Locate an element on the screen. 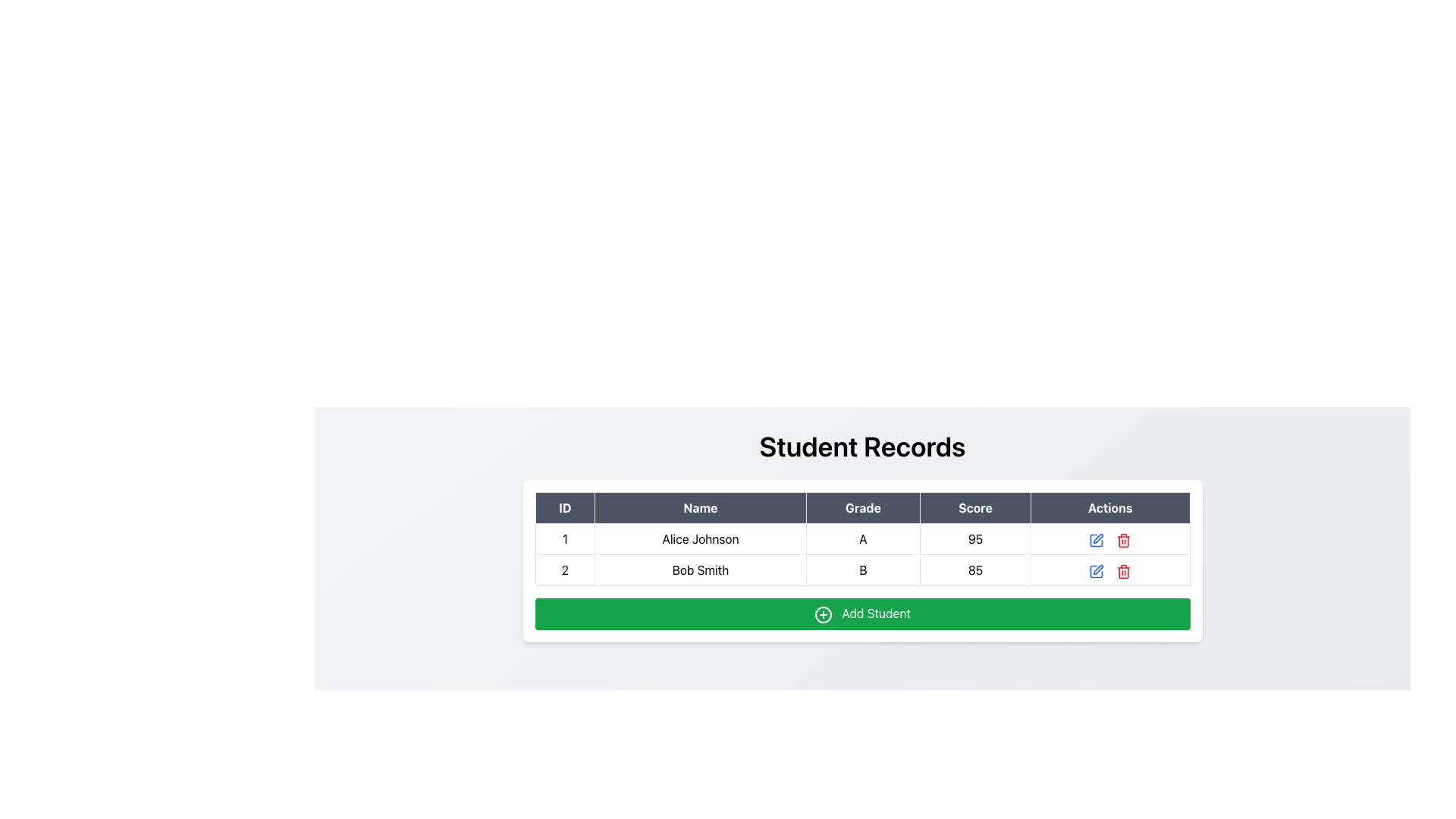 This screenshot has height=819, width=1456. the text label displaying 'Bob Smith', which is located in the second row under the 'Name' column of a student records table is located at coordinates (699, 570).